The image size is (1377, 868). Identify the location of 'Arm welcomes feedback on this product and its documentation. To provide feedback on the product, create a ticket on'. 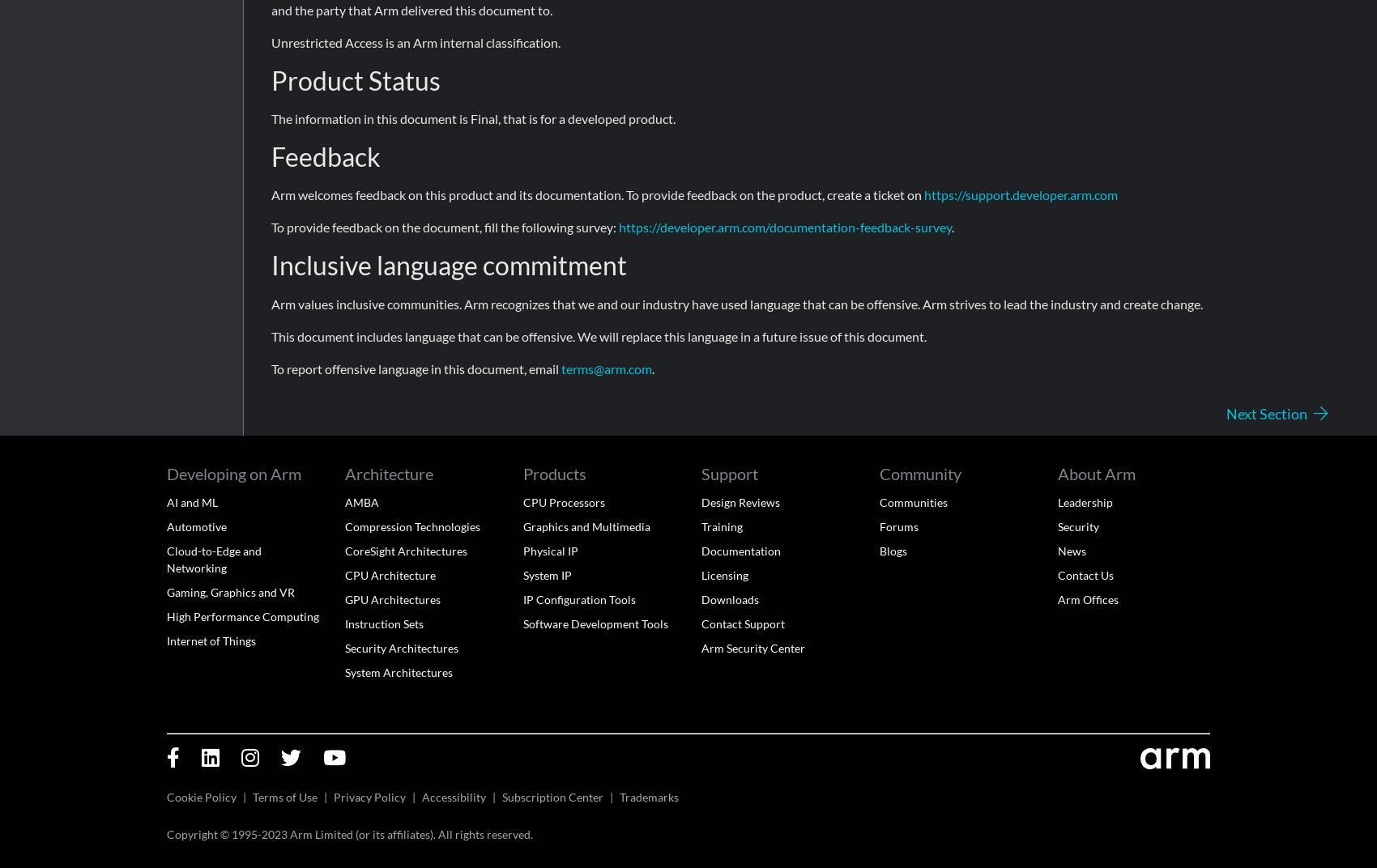
(597, 194).